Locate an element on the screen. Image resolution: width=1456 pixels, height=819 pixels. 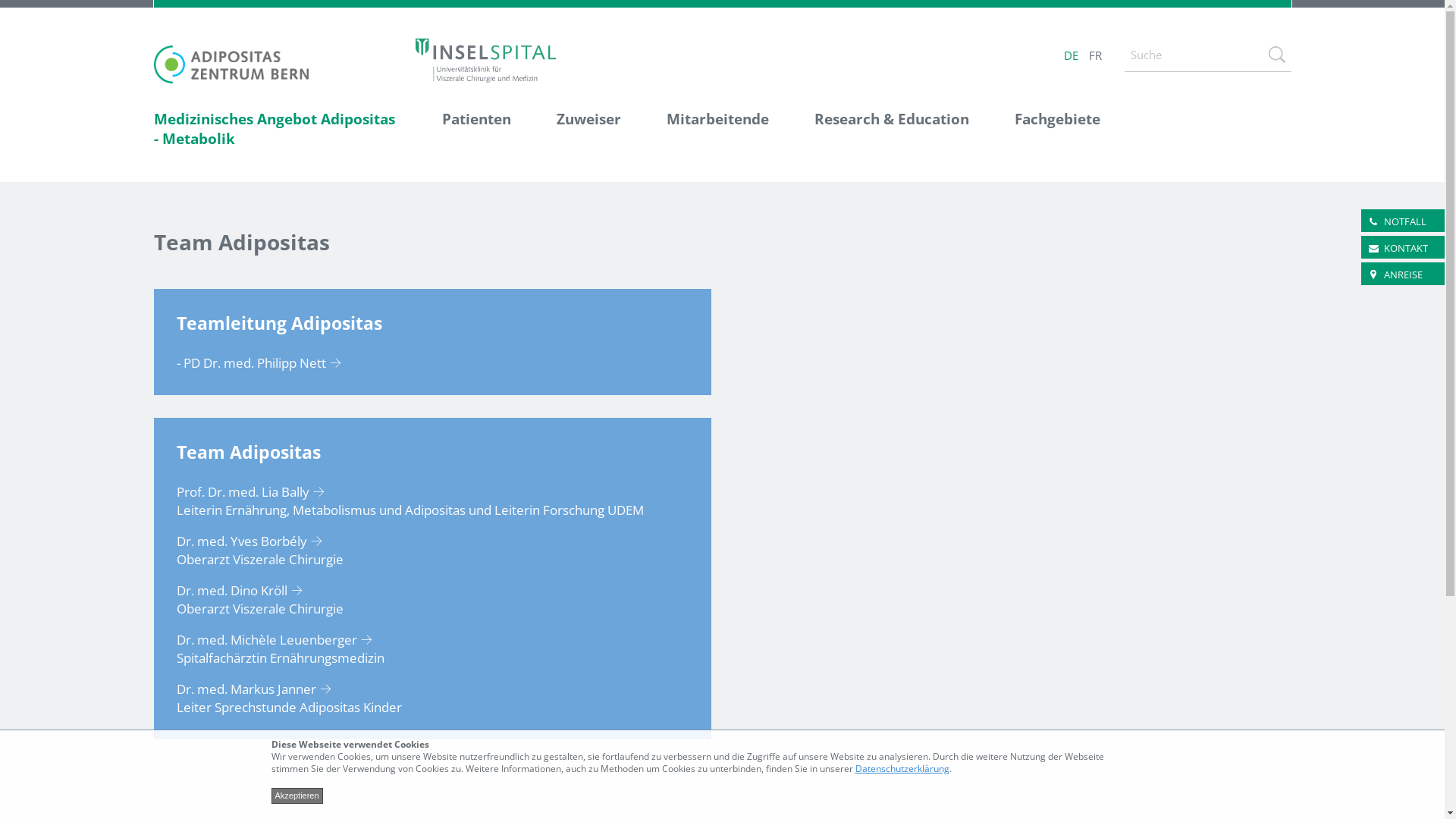
'- PD Dr. med. Philipp Nett' is located at coordinates (262, 362).